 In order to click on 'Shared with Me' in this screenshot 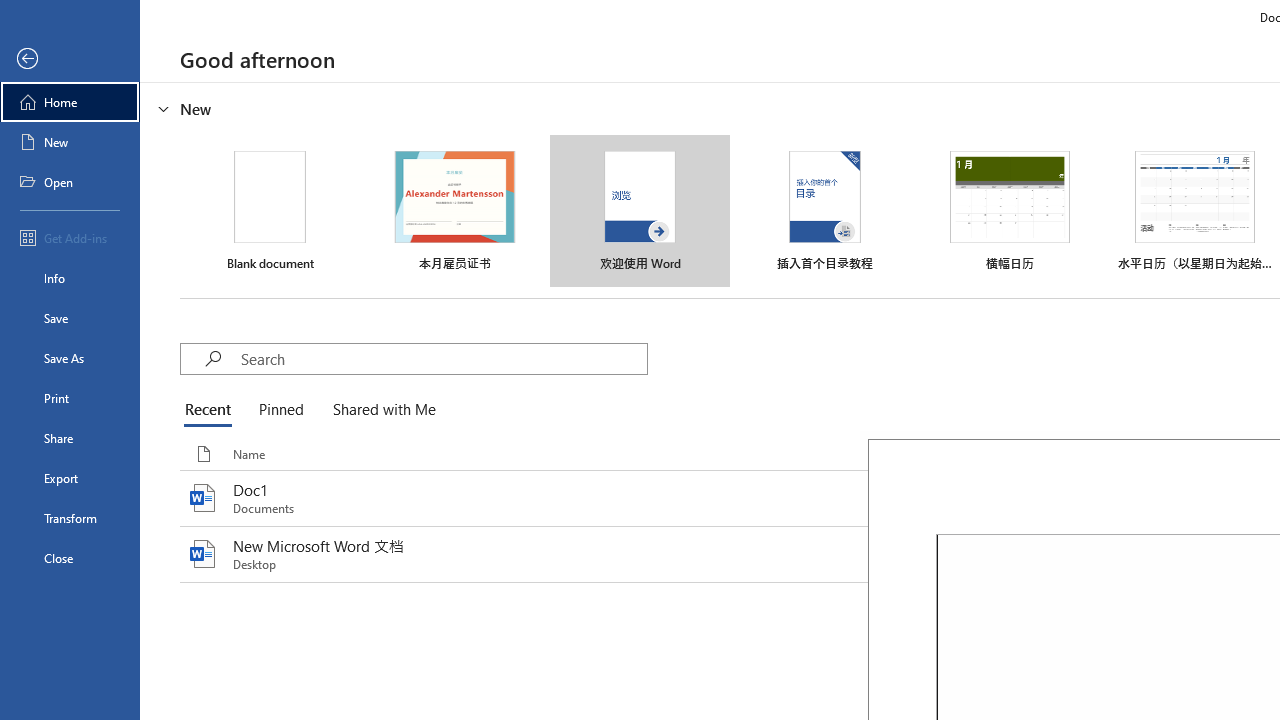, I will do `click(380, 410)`.